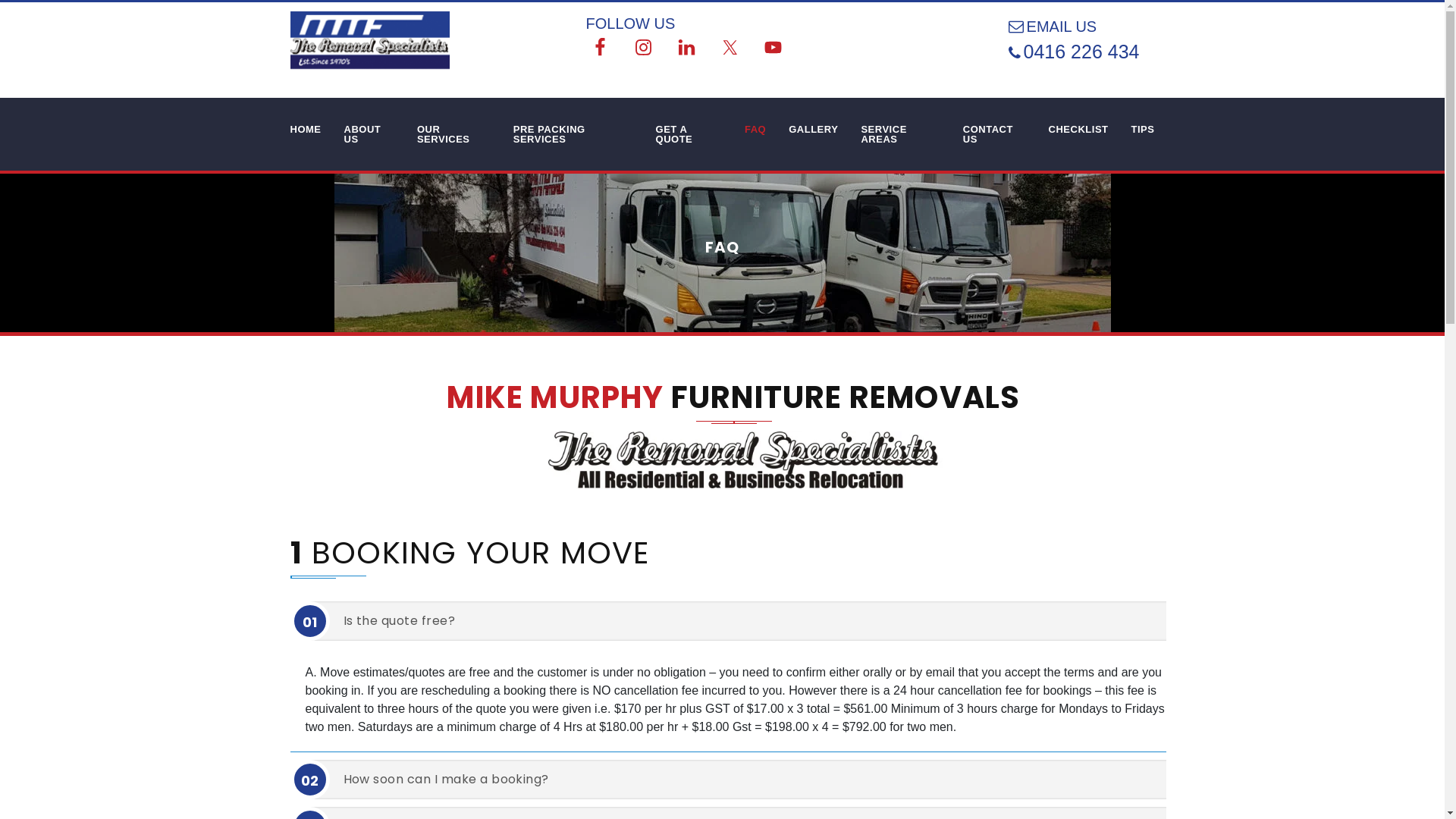 The height and width of the screenshot is (819, 1456). Describe the element at coordinates (1078, 128) in the screenshot. I see `'CHECKLIST'` at that location.